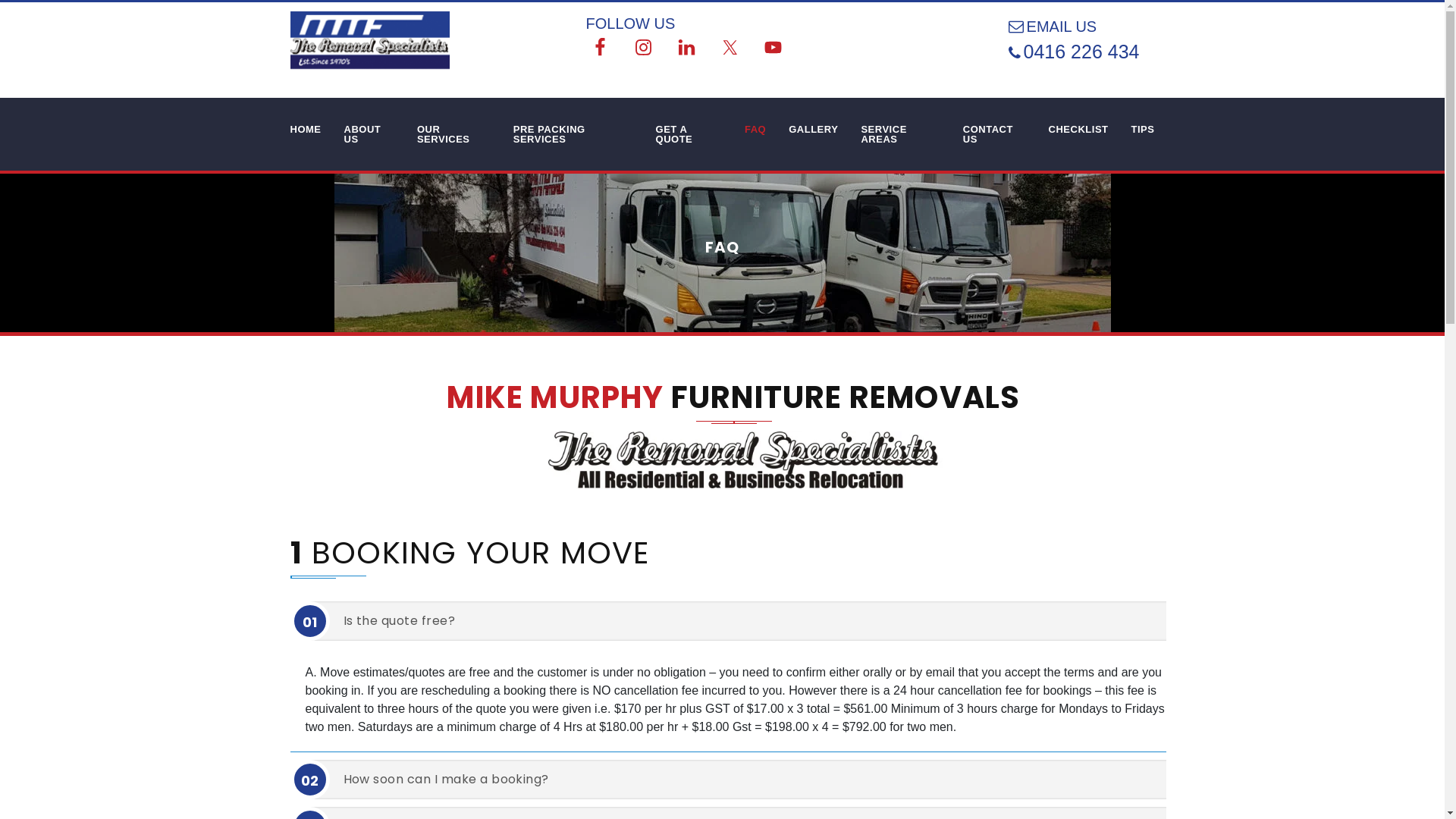 The height and width of the screenshot is (819, 1456). Describe the element at coordinates (1078, 128) in the screenshot. I see `'CHECKLIST'` at that location.